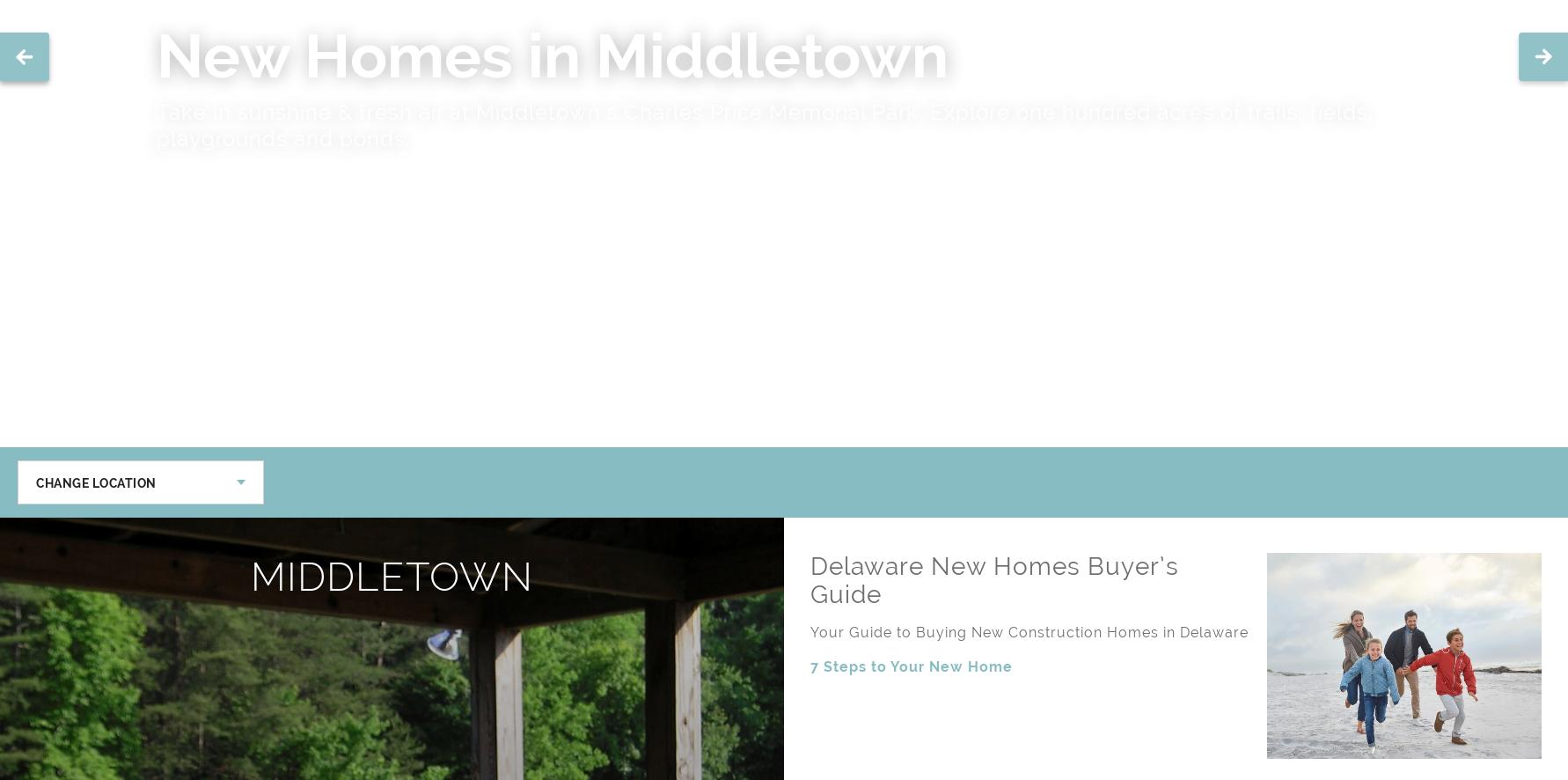  Describe the element at coordinates (1444, 411) in the screenshot. I see `'Furry Friend'` at that location.